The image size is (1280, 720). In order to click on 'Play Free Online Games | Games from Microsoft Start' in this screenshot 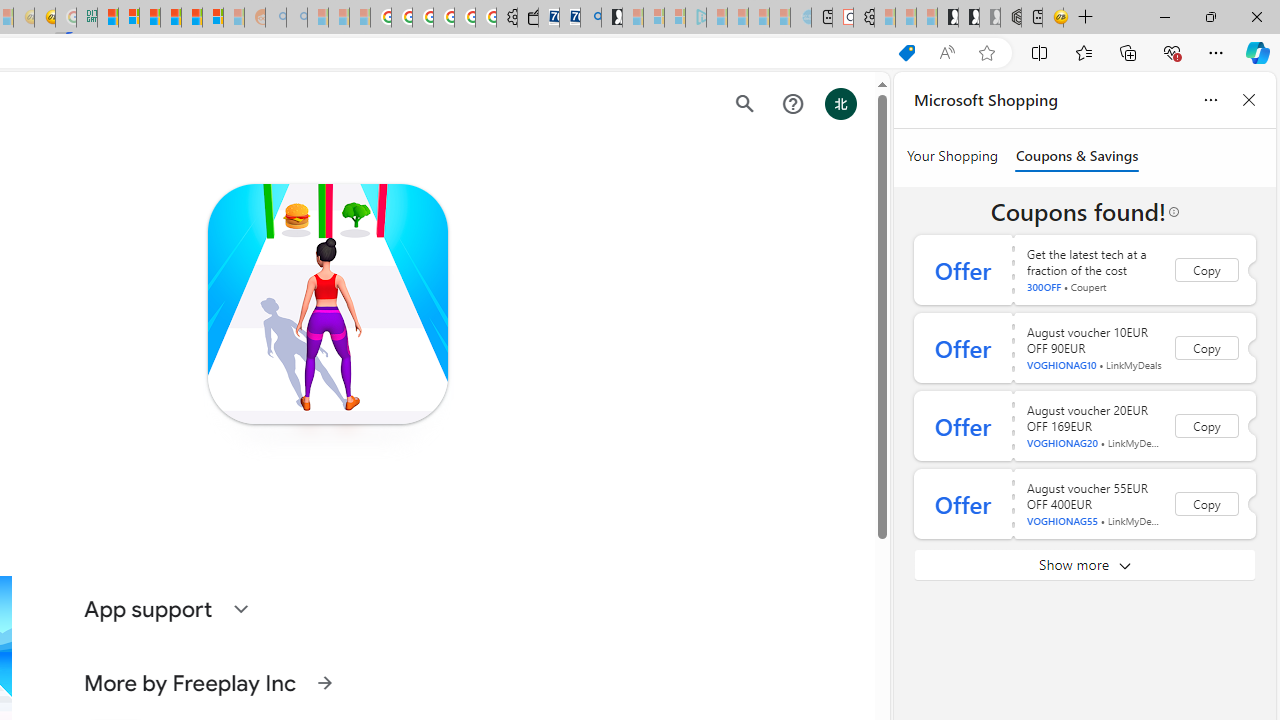, I will do `click(946, 17)`.